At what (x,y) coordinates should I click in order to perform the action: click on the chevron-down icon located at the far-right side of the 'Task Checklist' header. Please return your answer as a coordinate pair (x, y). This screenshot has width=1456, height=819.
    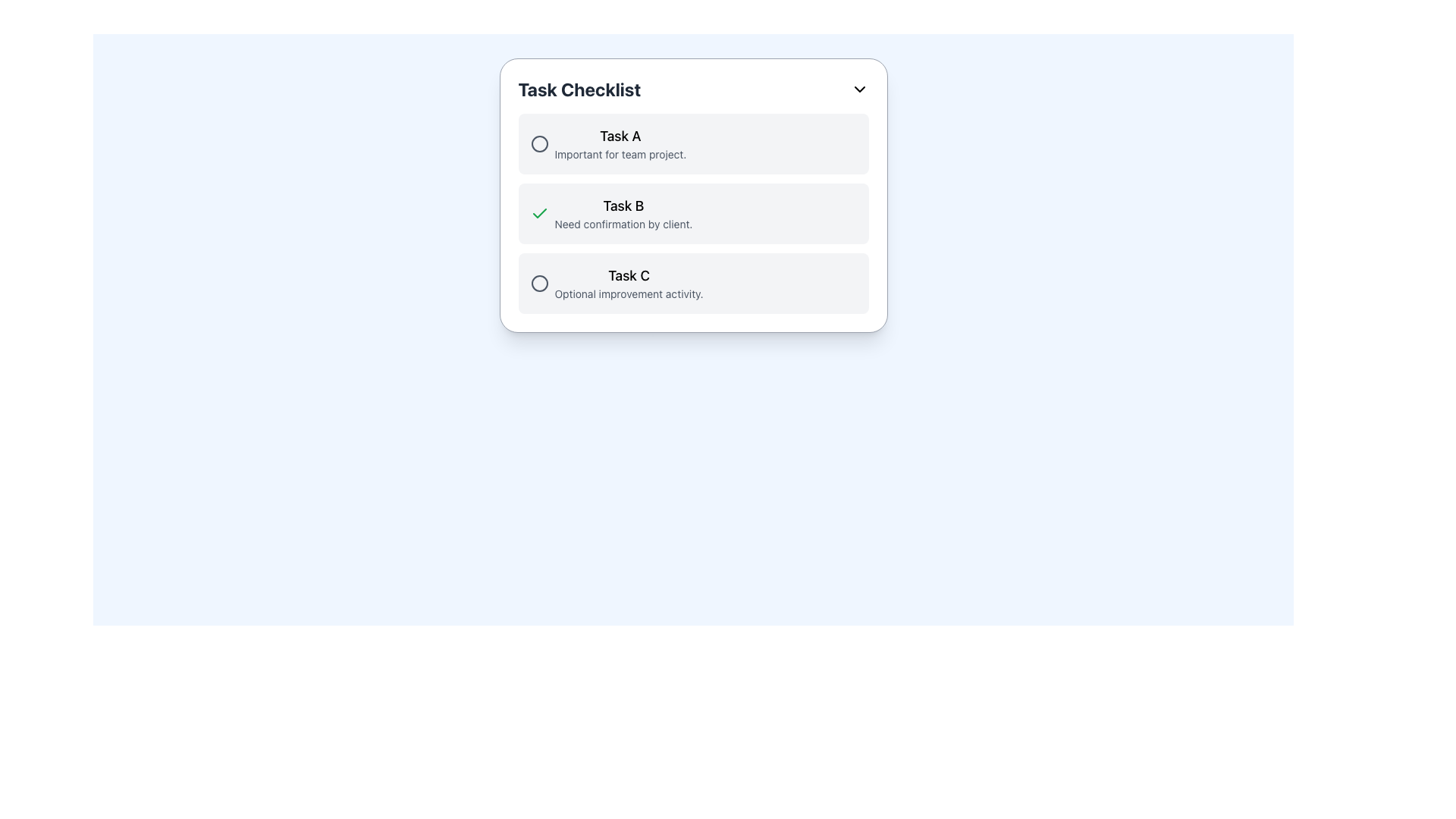
    Looking at the image, I should click on (859, 89).